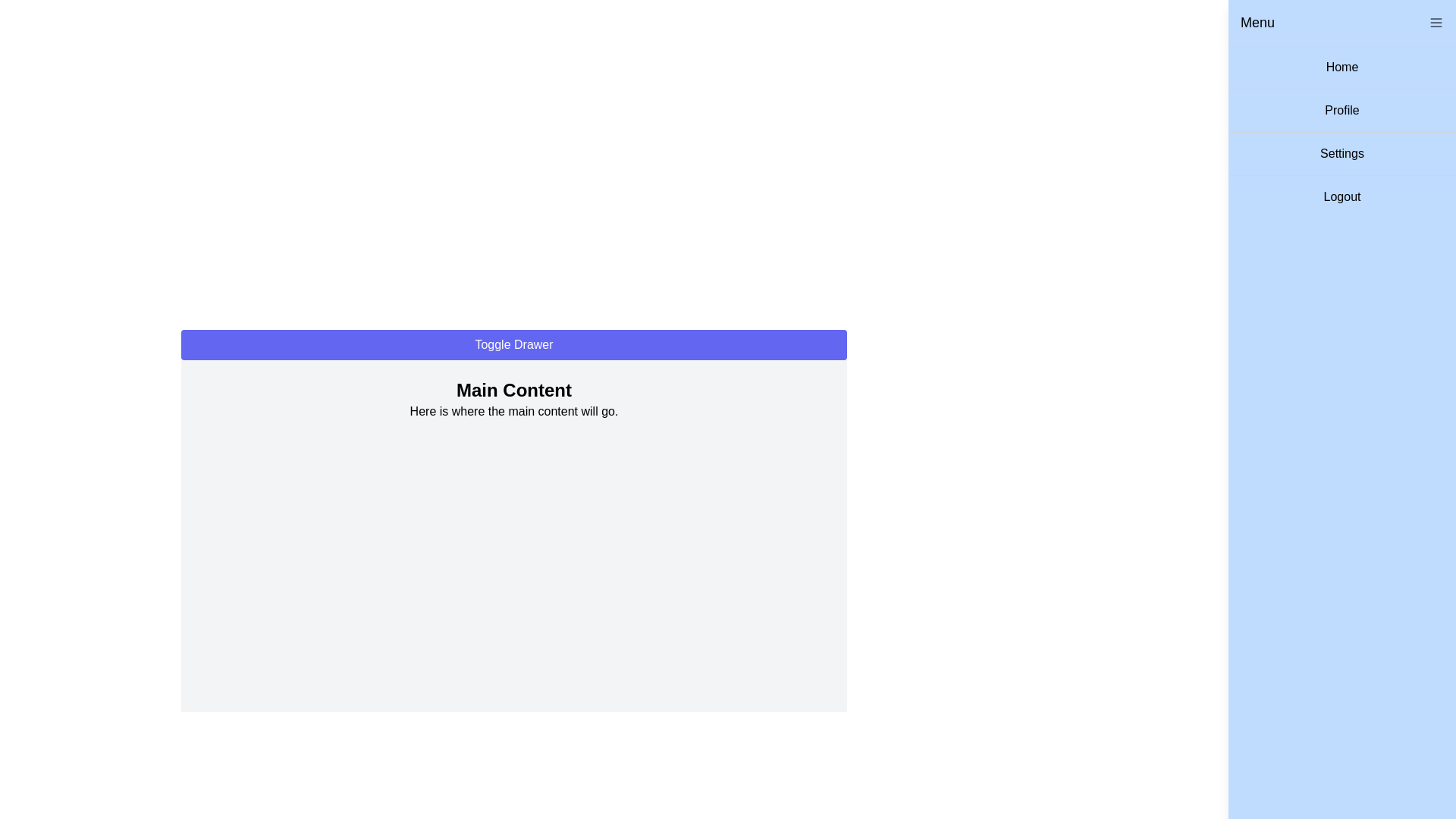 This screenshot has height=819, width=1456. What do you see at coordinates (1436, 23) in the screenshot?
I see `the menu icon button represented by three horizontal lines located at the top-right corner of the menu header` at bounding box center [1436, 23].